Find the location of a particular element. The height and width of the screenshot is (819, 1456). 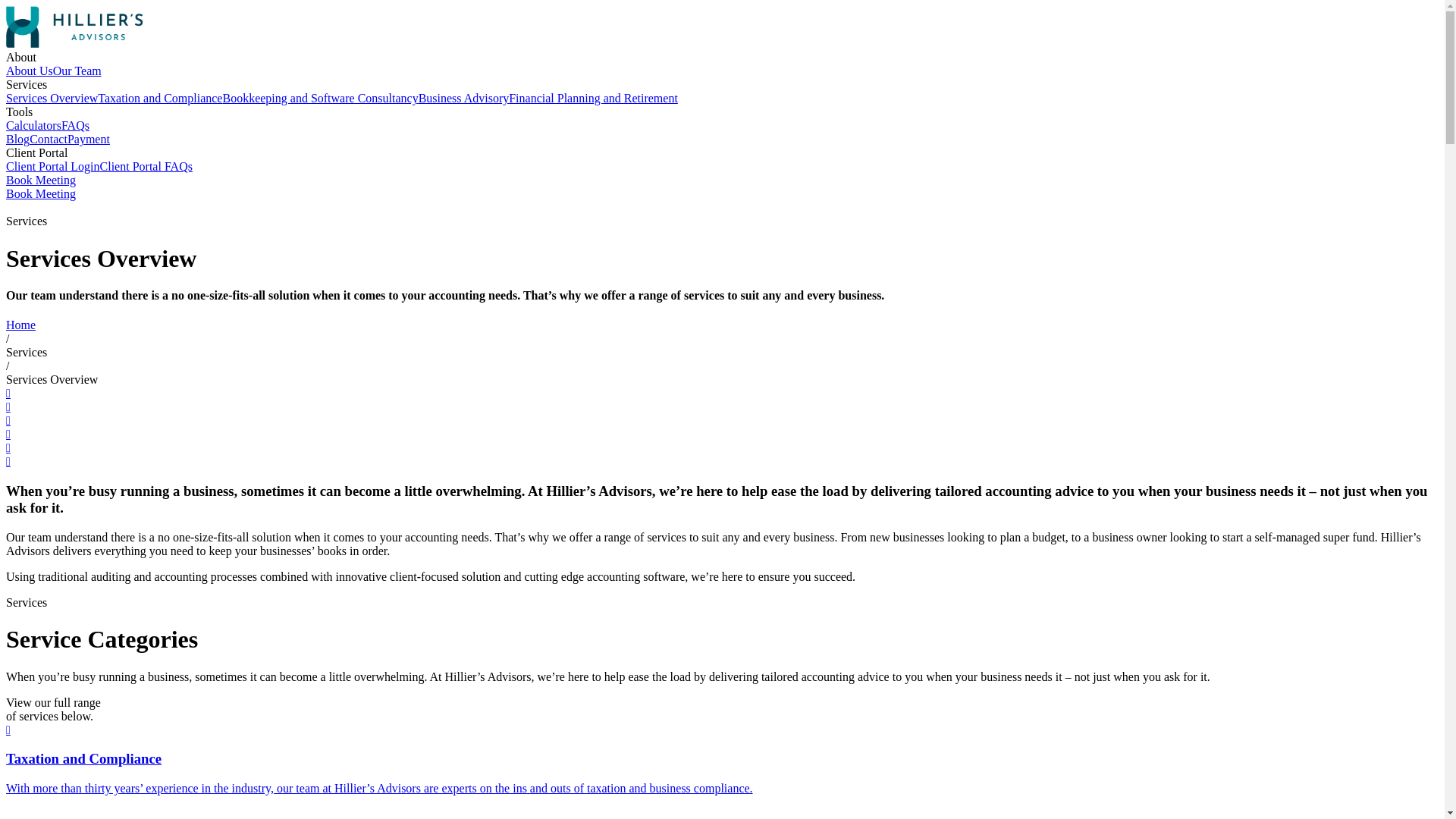

'Home' is located at coordinates (6, 324).